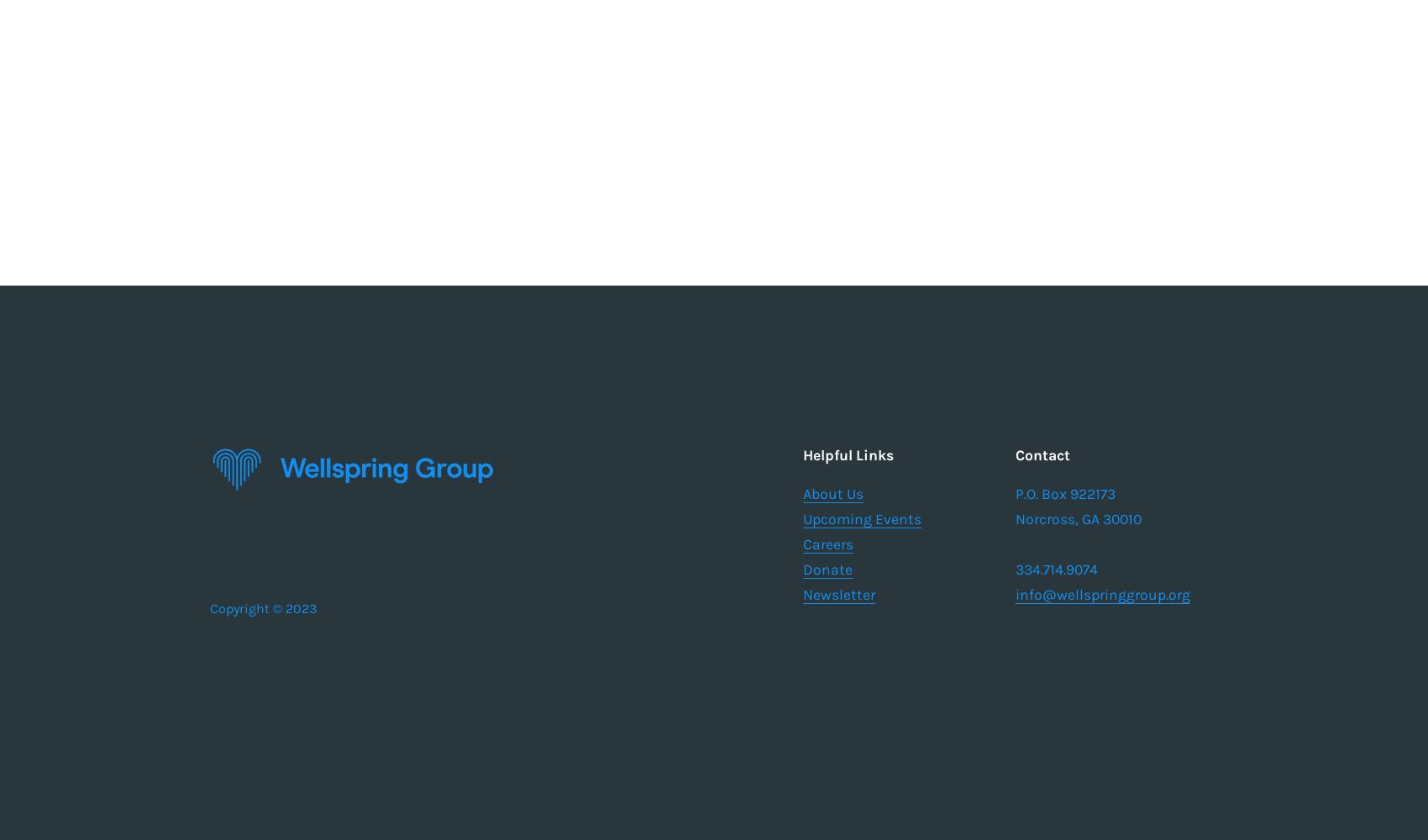  I want to click on 'Newsletter', so click(837, 593).